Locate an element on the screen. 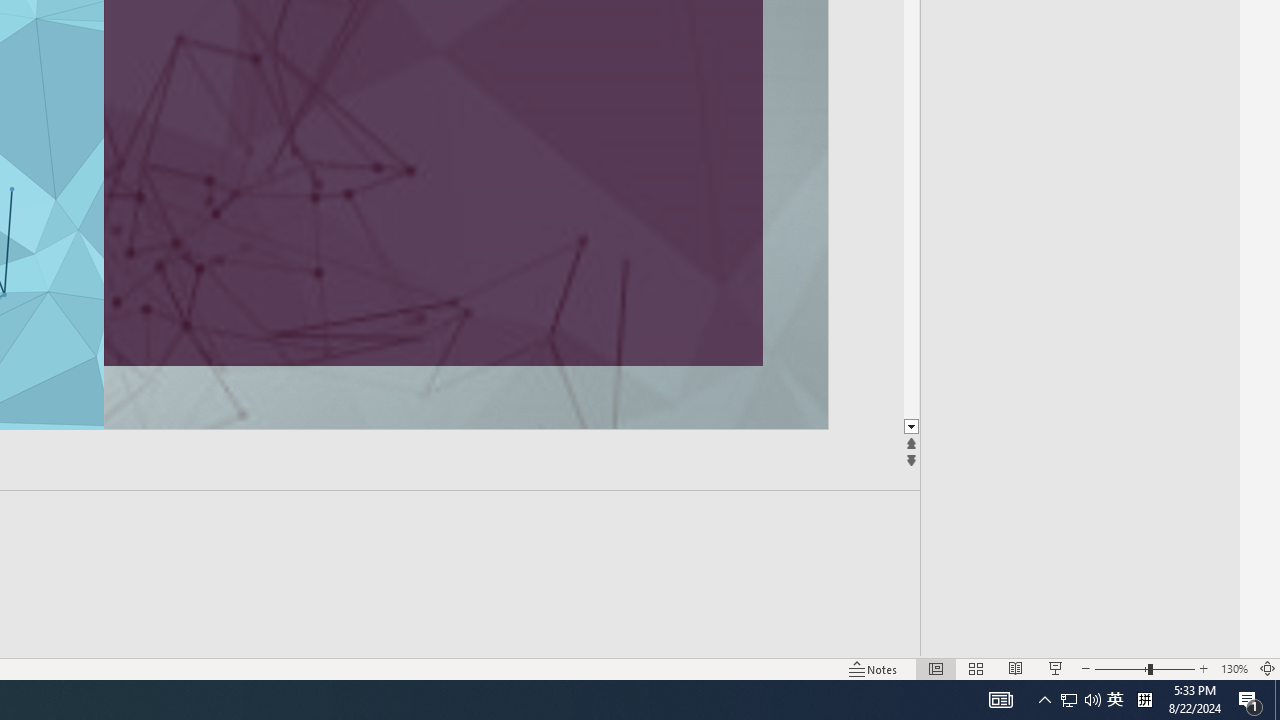  'Zoom 130%' is located at coordinates (1233, 669).